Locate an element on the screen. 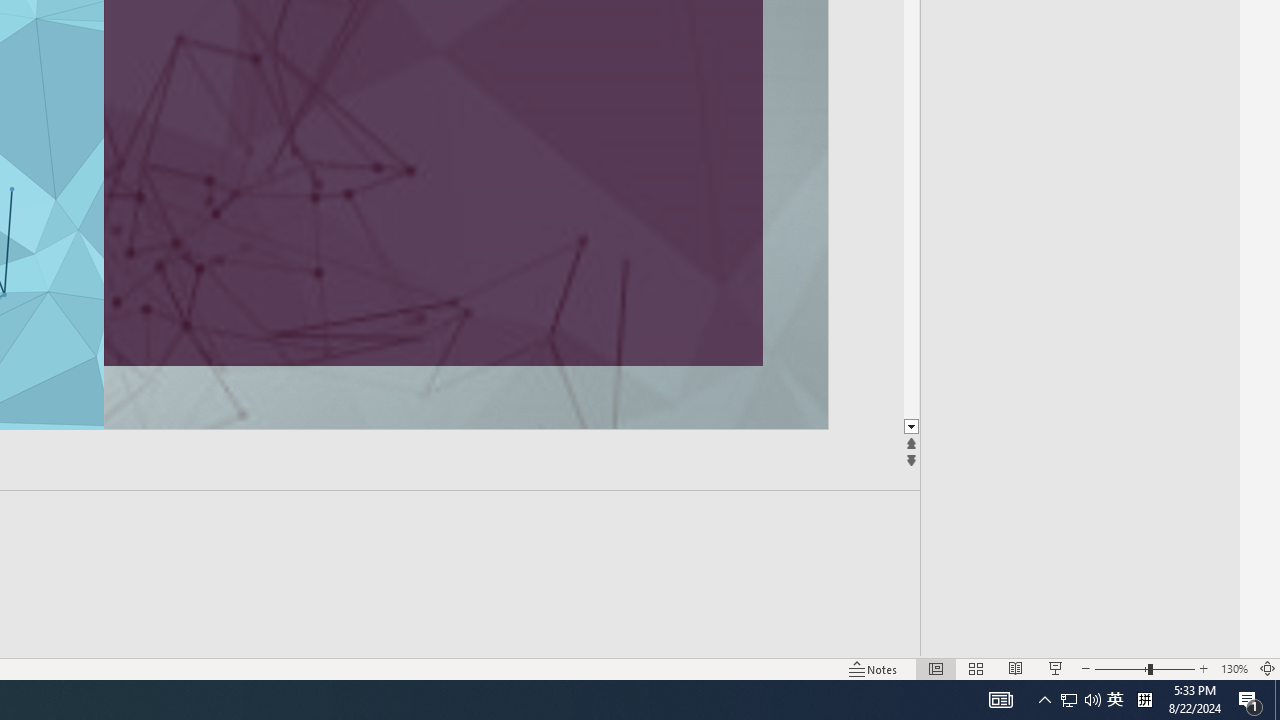  'Zoom 130%' is located at coordinates (1233, 669).